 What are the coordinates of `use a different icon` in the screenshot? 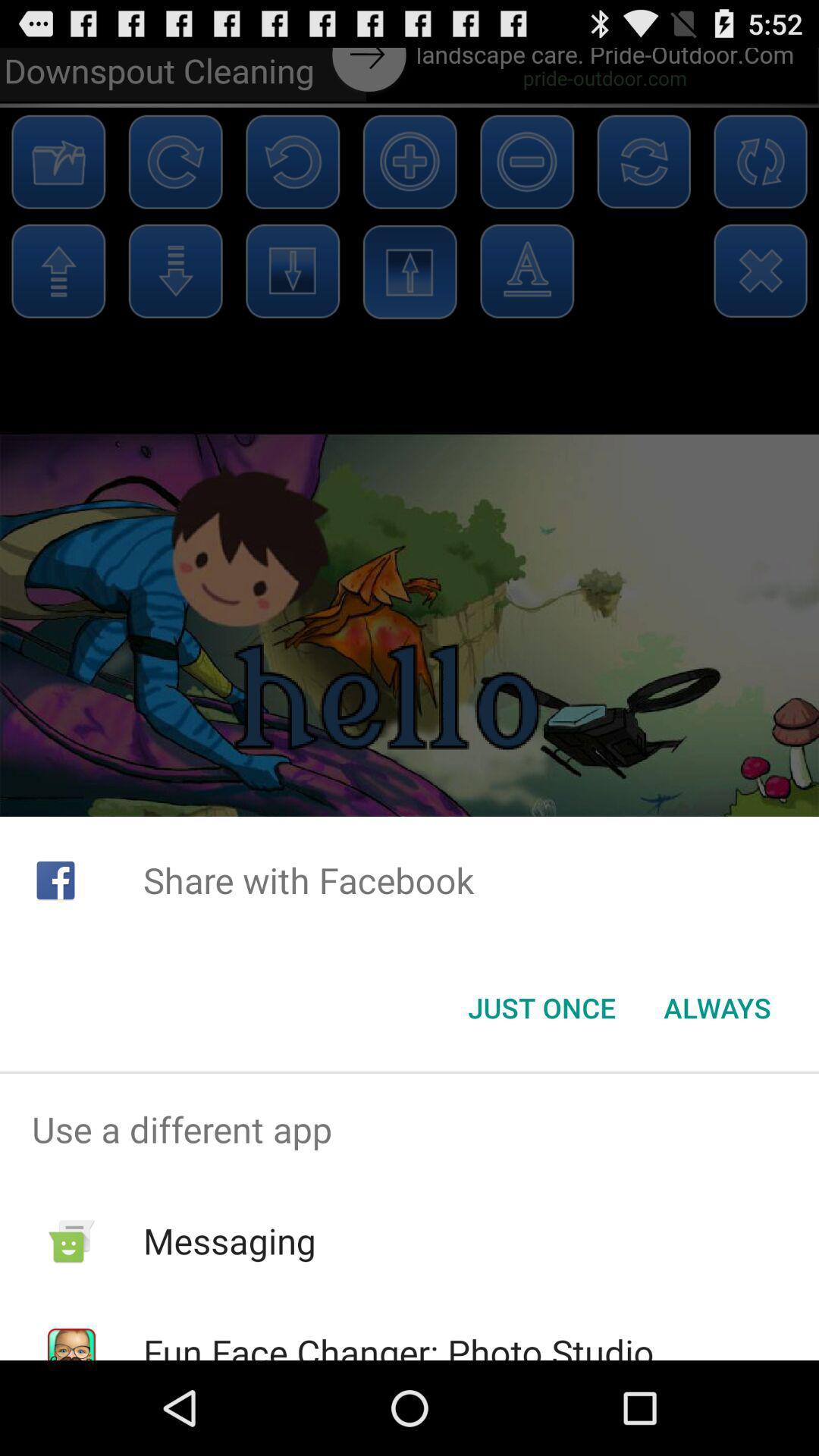 It's located at (409, 1129).